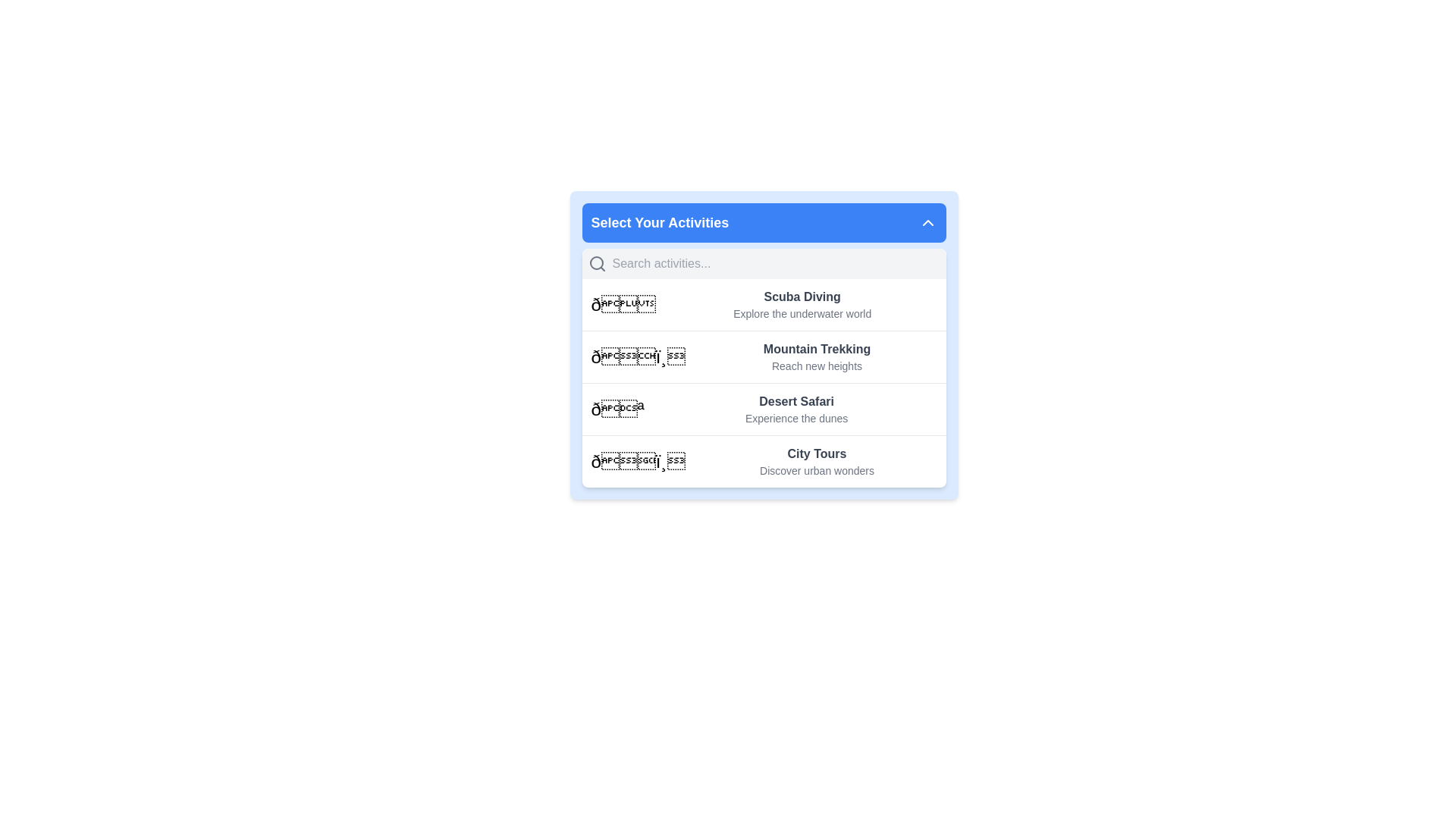  What do you see at coordinates (660, 222) in the screenshot?
I see `the static text label that serves as a title for the dropdown menu, located inside a blue box towards the left side` at bounding box center [660, 222].